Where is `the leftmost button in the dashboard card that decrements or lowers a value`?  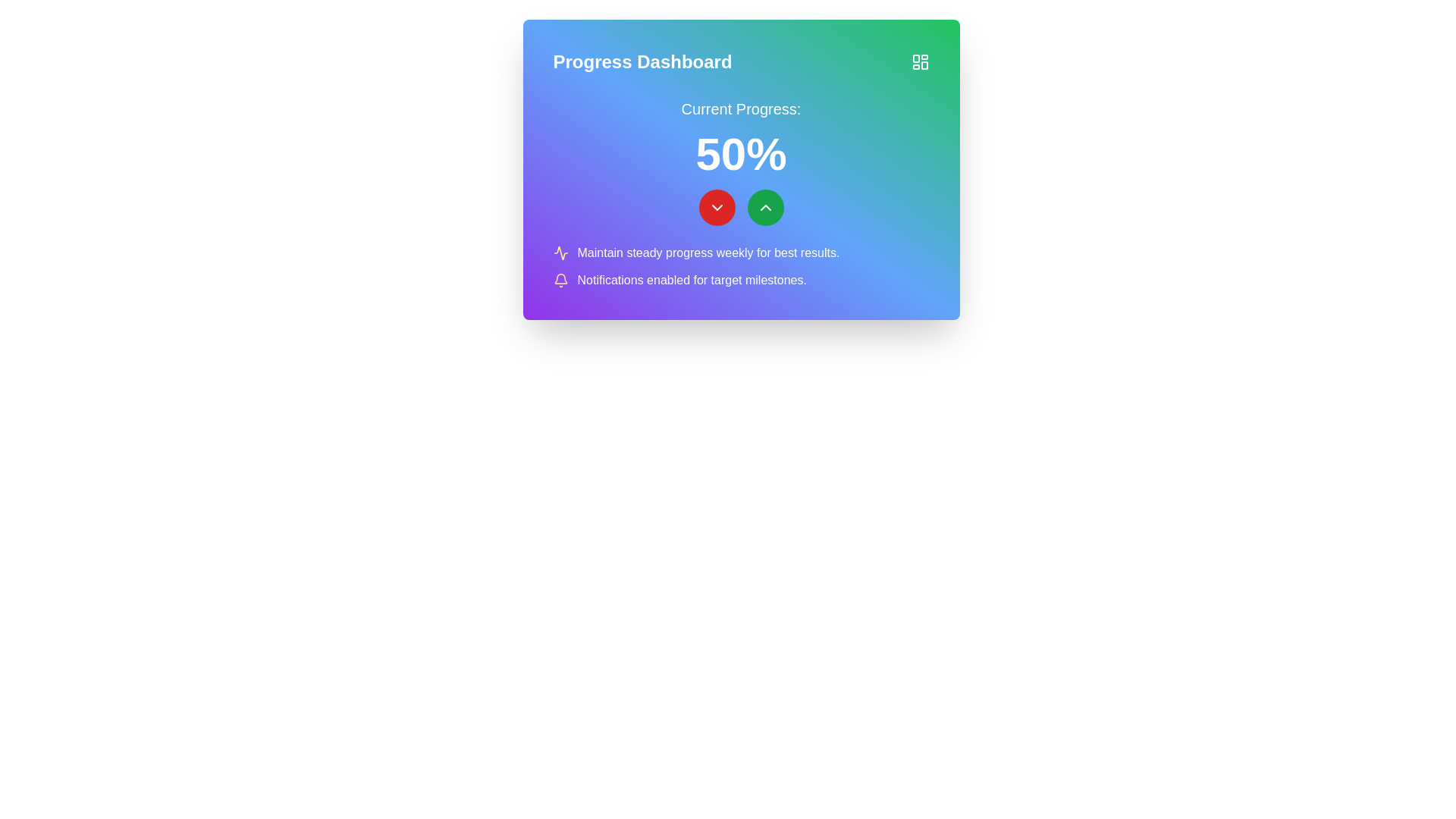 the leftmost button in the dashboard card that decrements or lowers a value is located at coordinates (716, 207).